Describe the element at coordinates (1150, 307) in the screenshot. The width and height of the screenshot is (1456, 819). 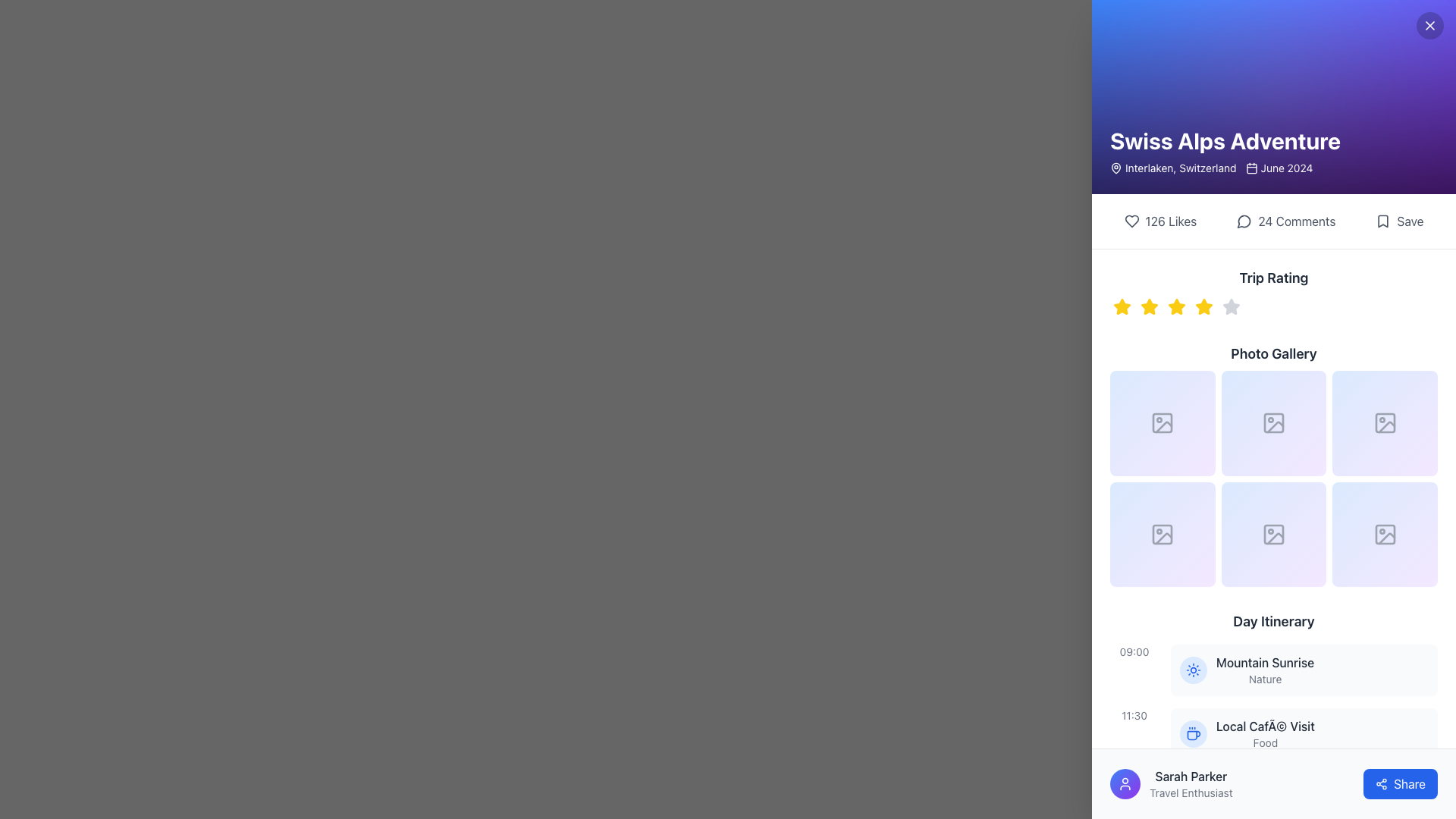
I see `the yellow star icon styled as a rating indicator, which is the second star in a row of five stars near the 'Trip Rating' heading` at that location.